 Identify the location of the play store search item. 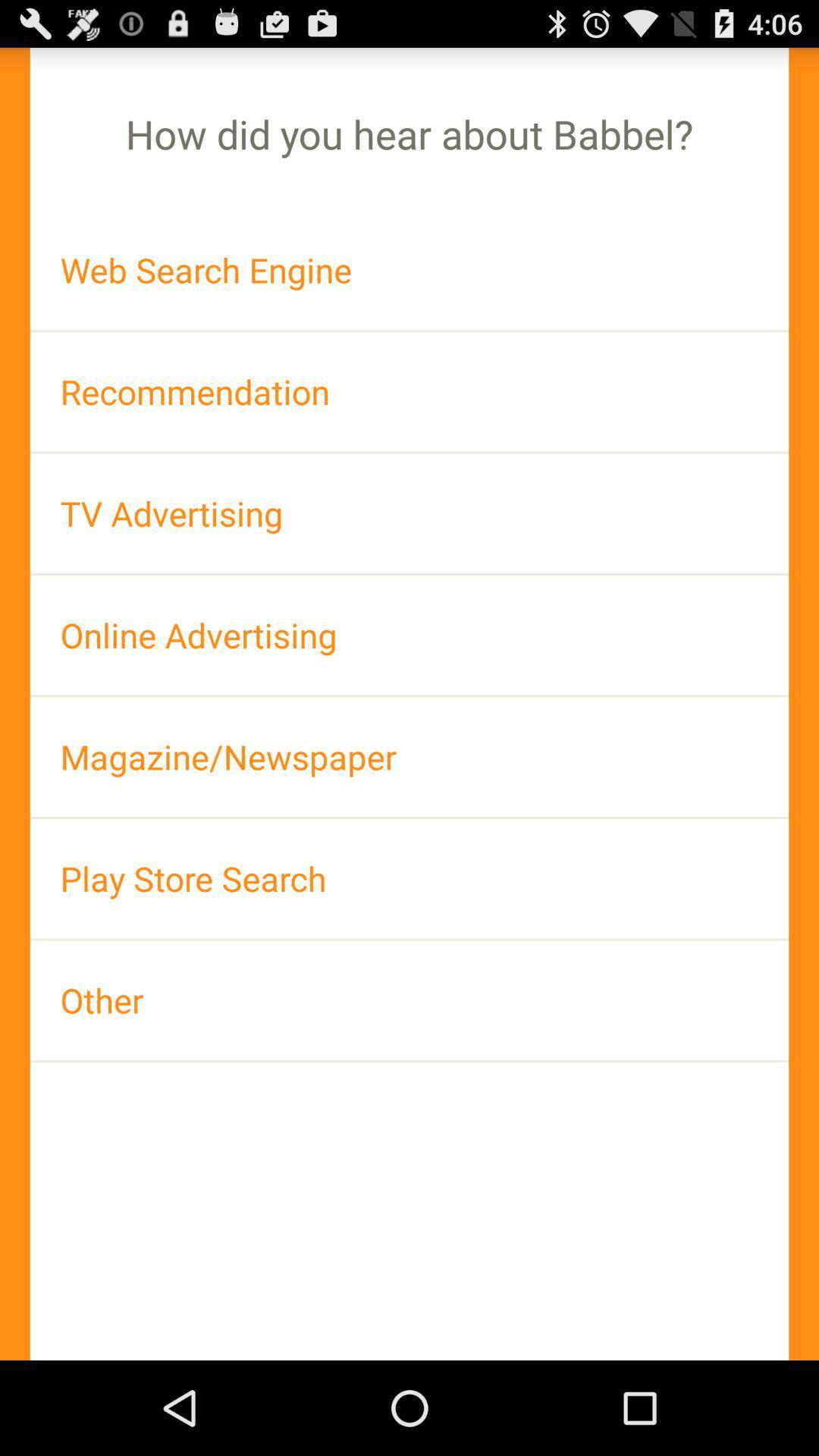
(409, 878).